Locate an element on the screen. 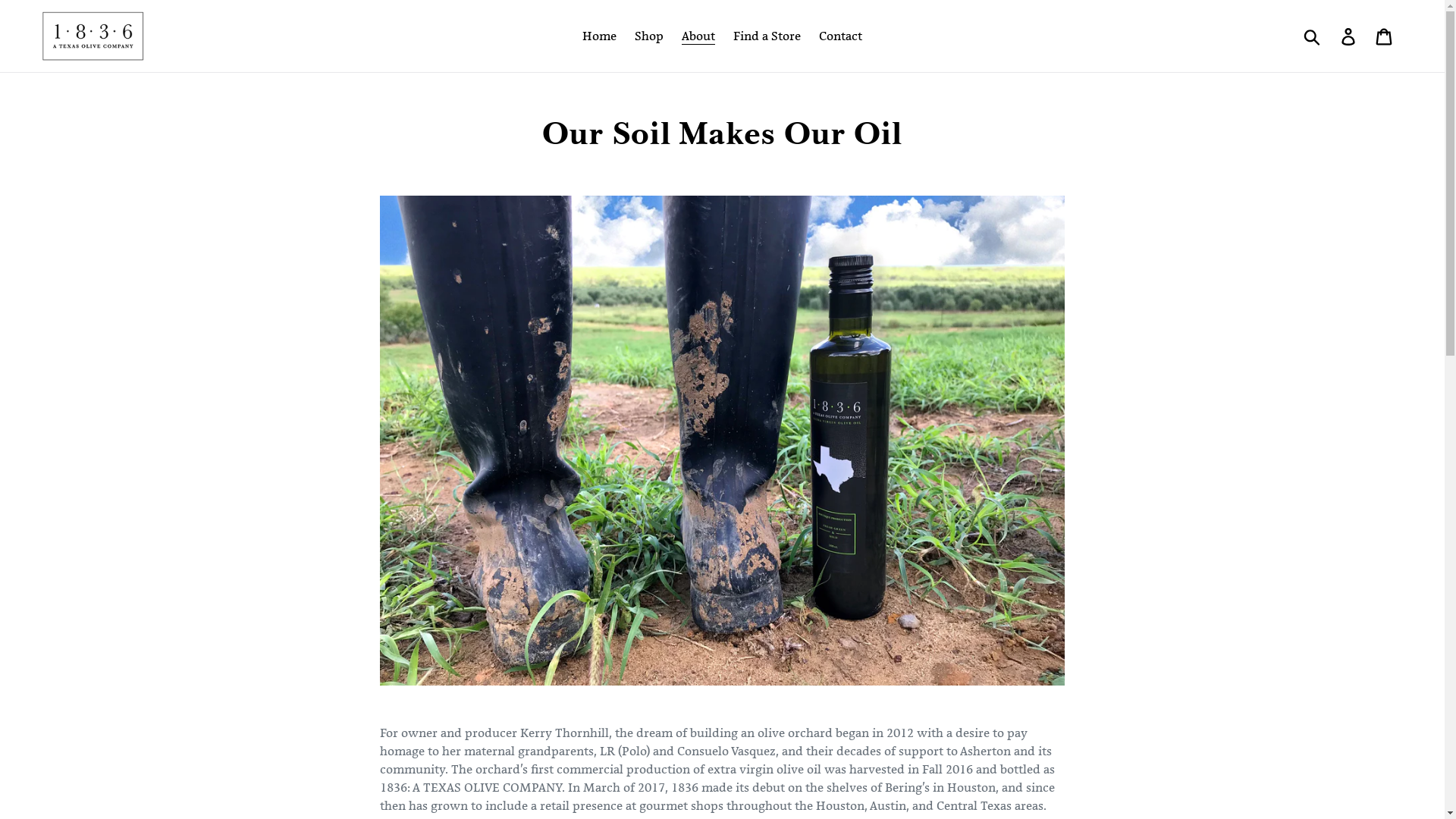  'Log in' is located at coordinates (1349, 35).